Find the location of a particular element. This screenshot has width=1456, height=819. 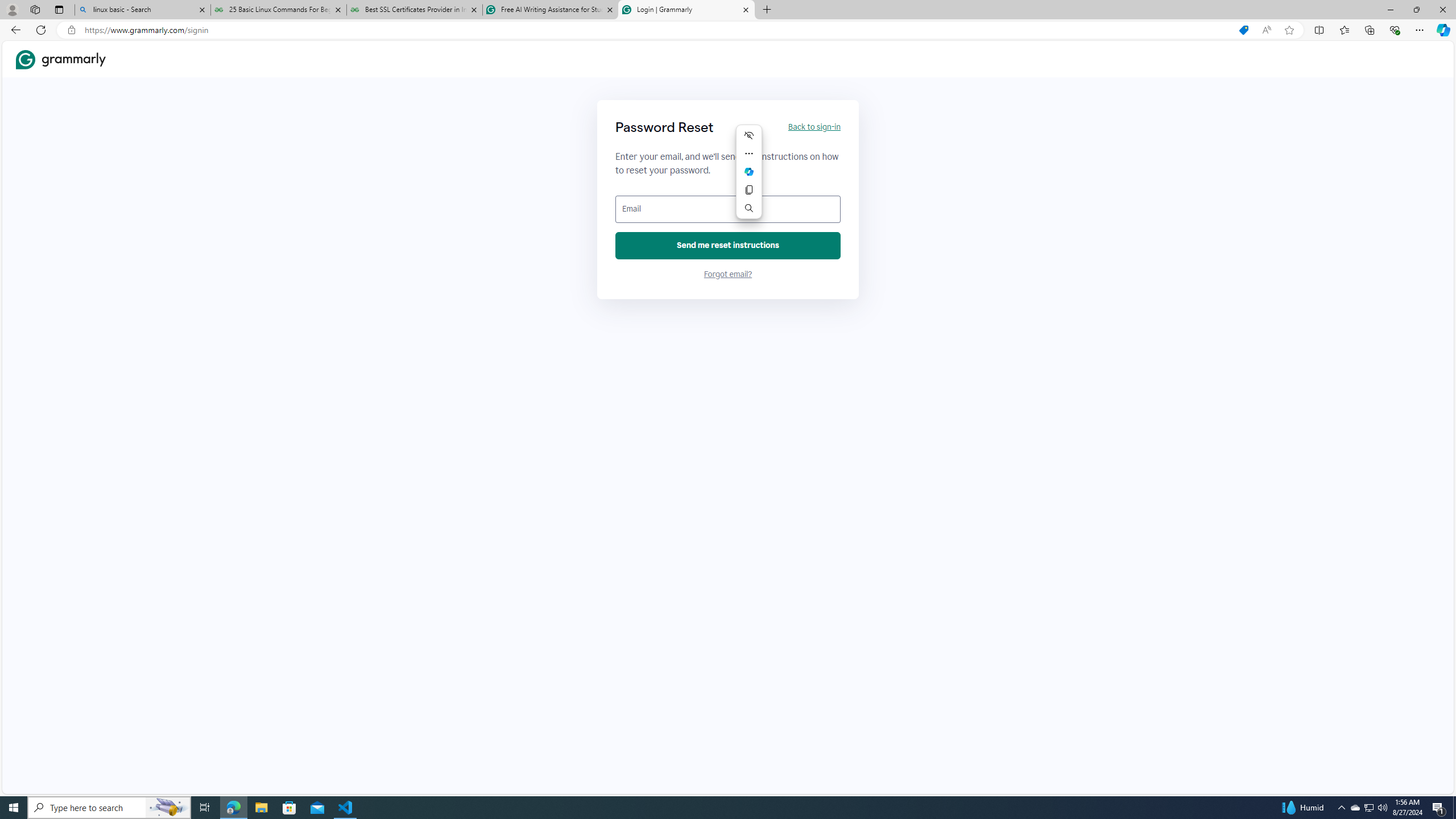

'Mini menu on text selection' is located at coordinates (748, 172).